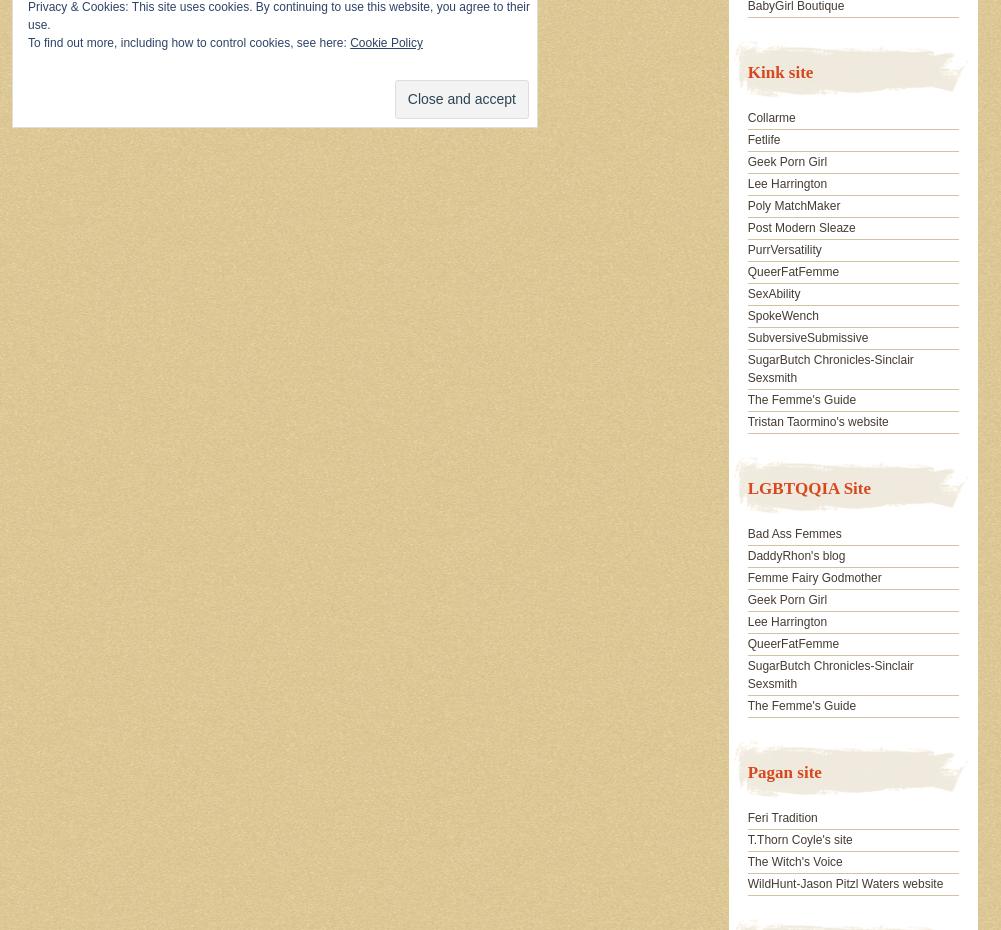  I want to click on 'T.Thorn Coyle's site', so click(798, 838).